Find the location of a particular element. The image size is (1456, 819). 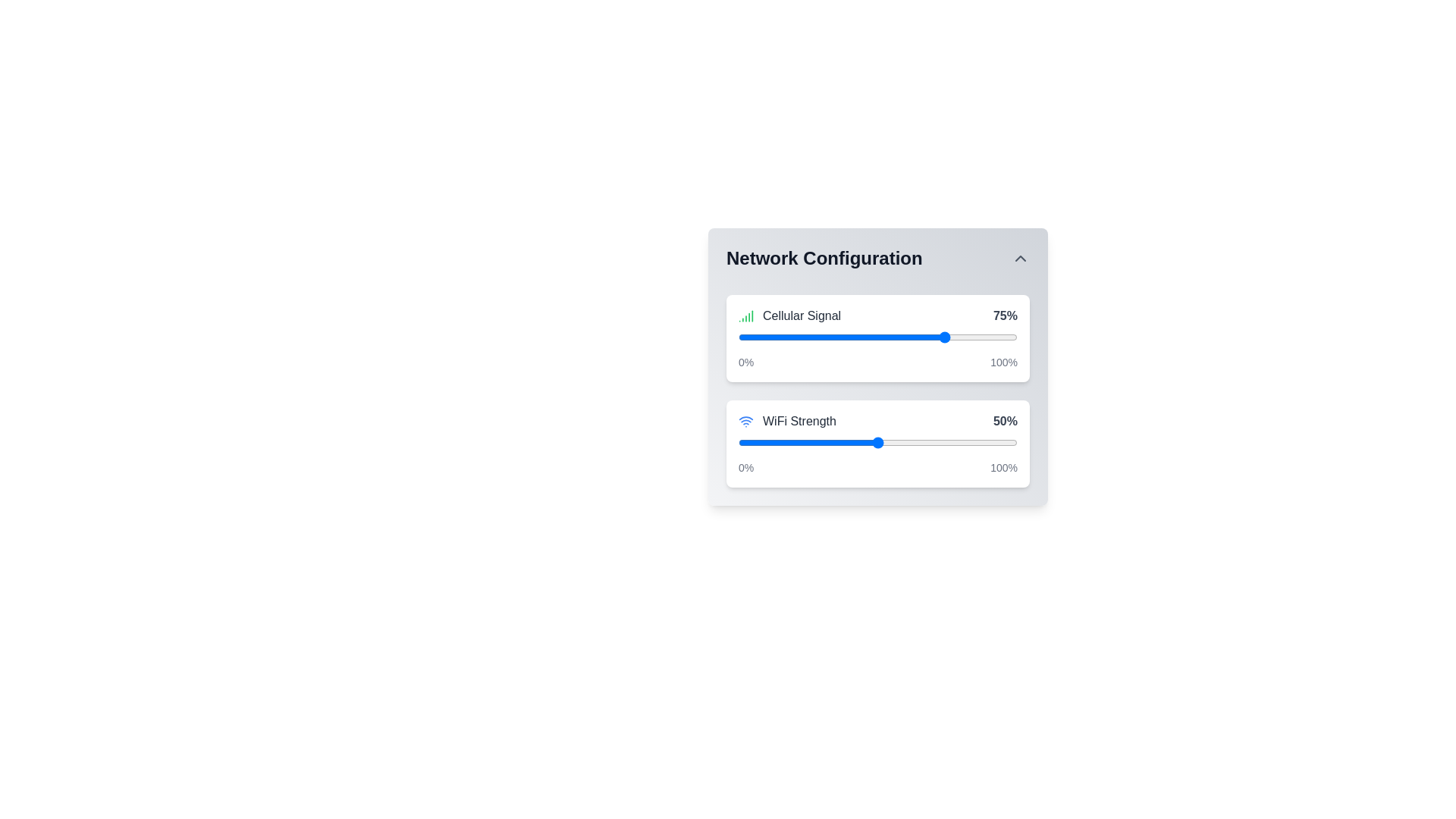

the Cellular Signal strength is located at coordinates (780, 336).